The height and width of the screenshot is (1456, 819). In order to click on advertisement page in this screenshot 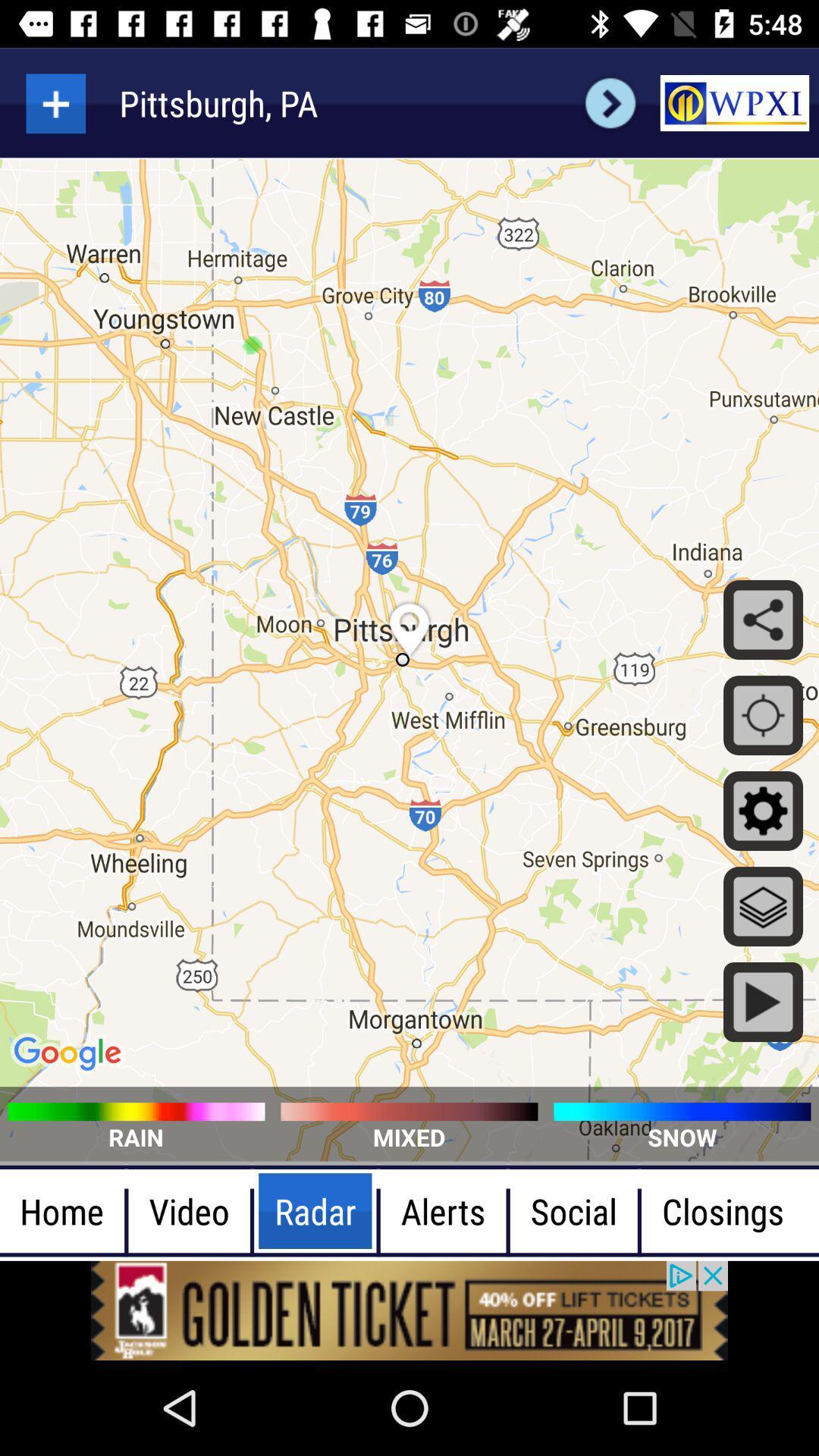, I will do `click(409, 1310)`.